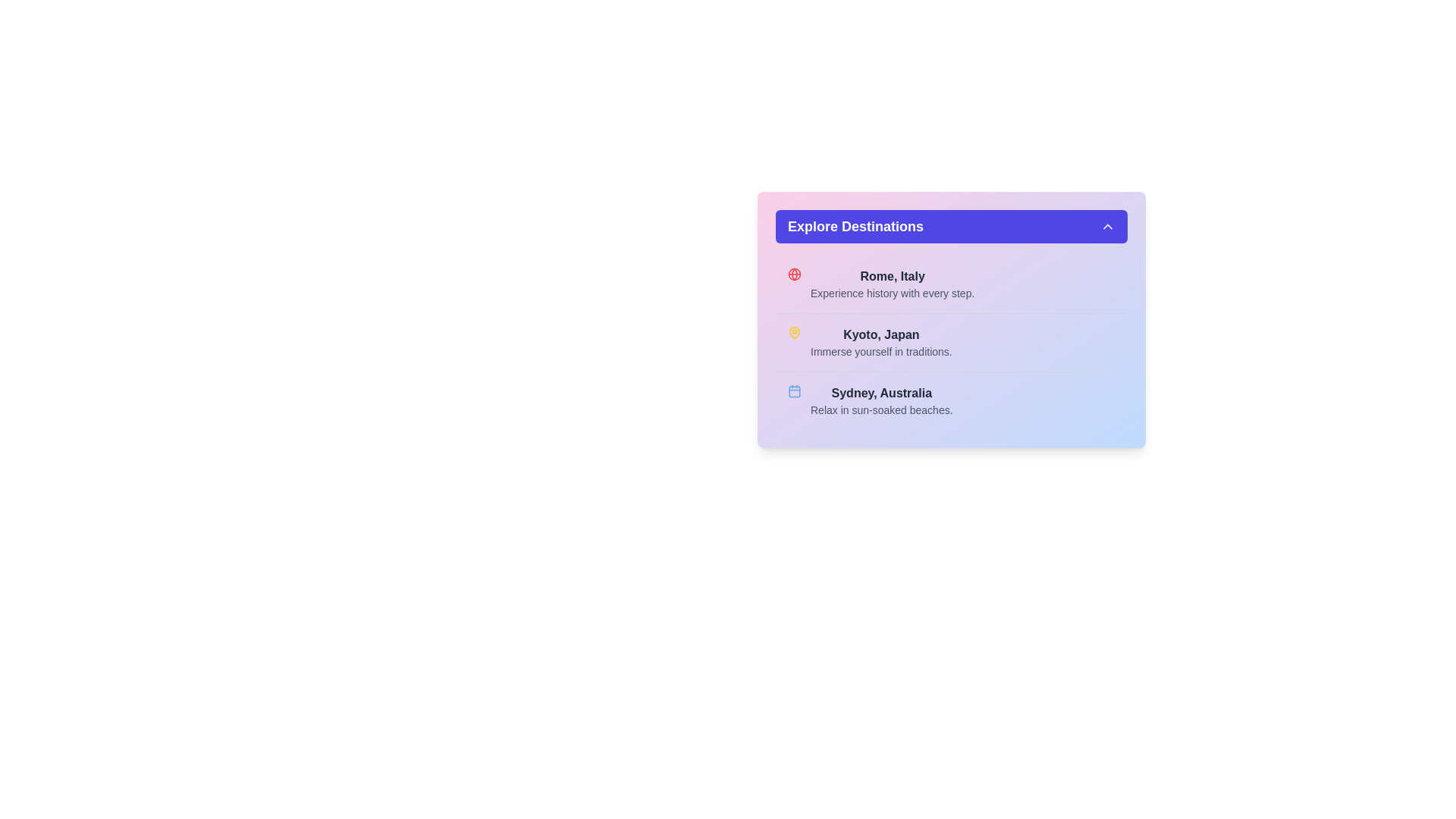 Image resolution: width=1456 pixels, height=819 pixels. I want to click on the clickable information block for 'Sydney, Australia', so click(950, 400).